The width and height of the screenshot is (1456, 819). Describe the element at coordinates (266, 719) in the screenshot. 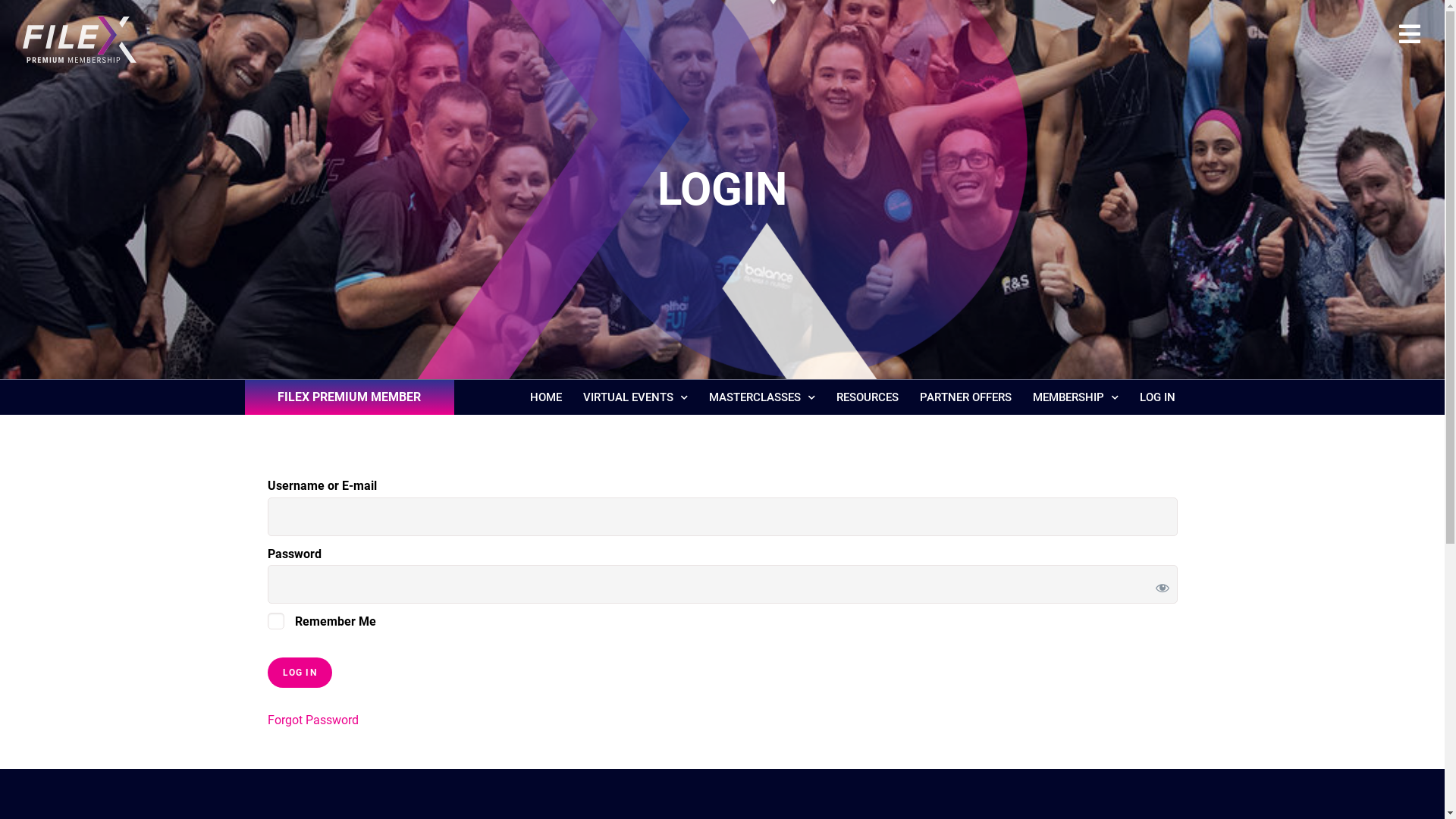

I see `'Forgot Password'` at that location.